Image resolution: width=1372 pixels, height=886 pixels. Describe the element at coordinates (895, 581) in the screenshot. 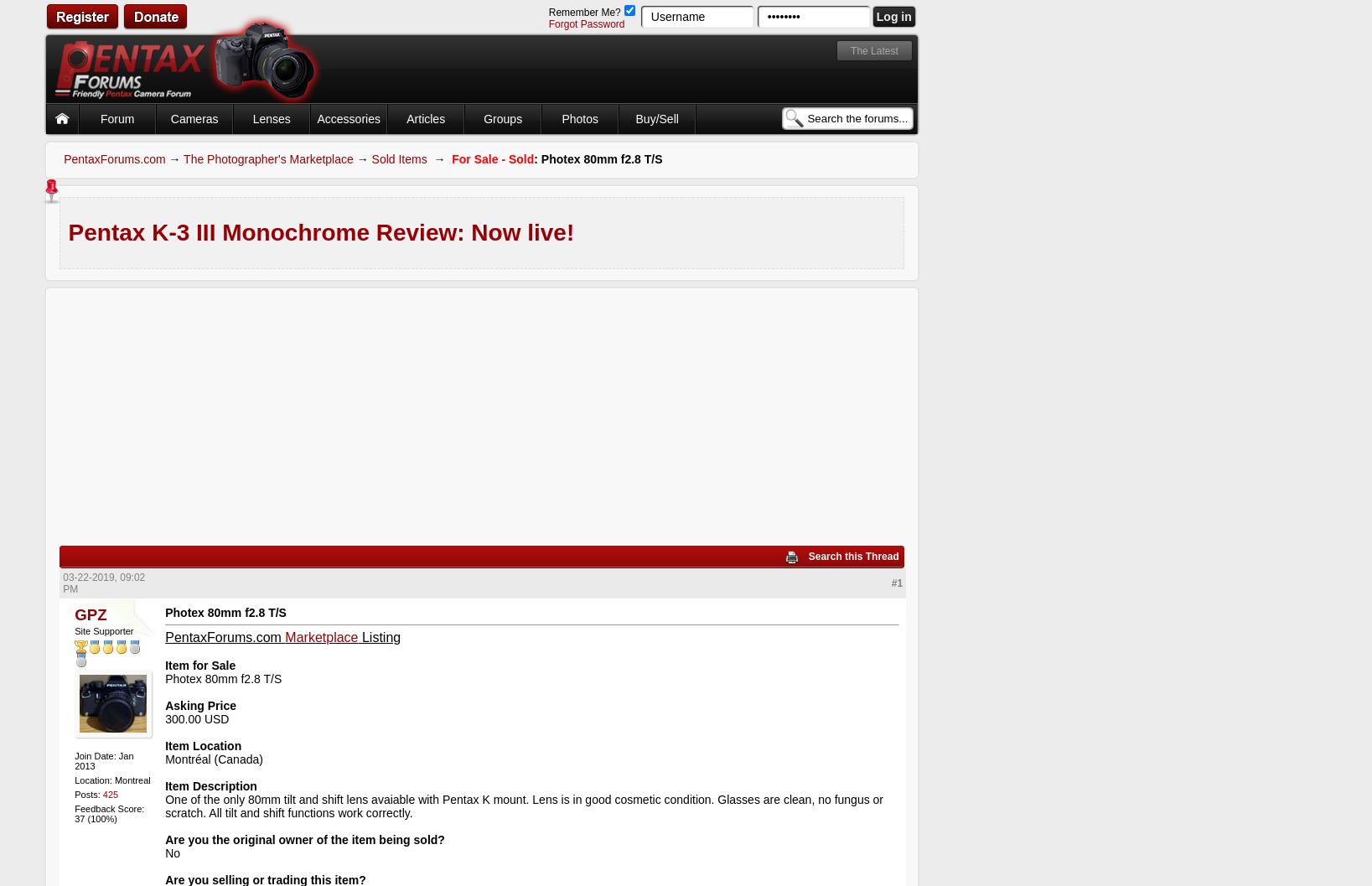

I see `'#1'` at that location.